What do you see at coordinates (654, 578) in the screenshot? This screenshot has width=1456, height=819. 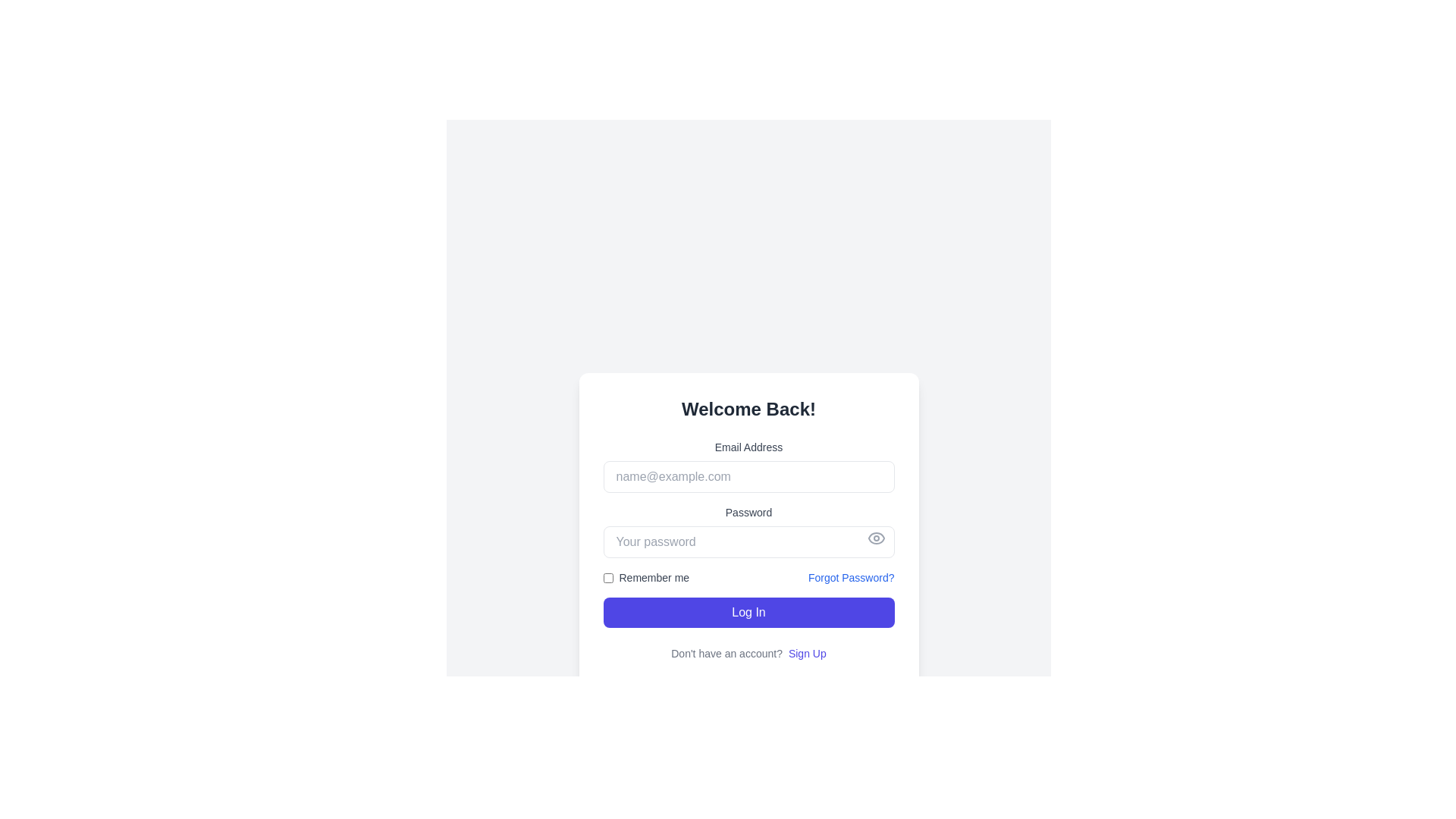 I see `the text label that indicates the function of the adjacent checkbox for remembering login credentials` at bounding box center [654, 578].